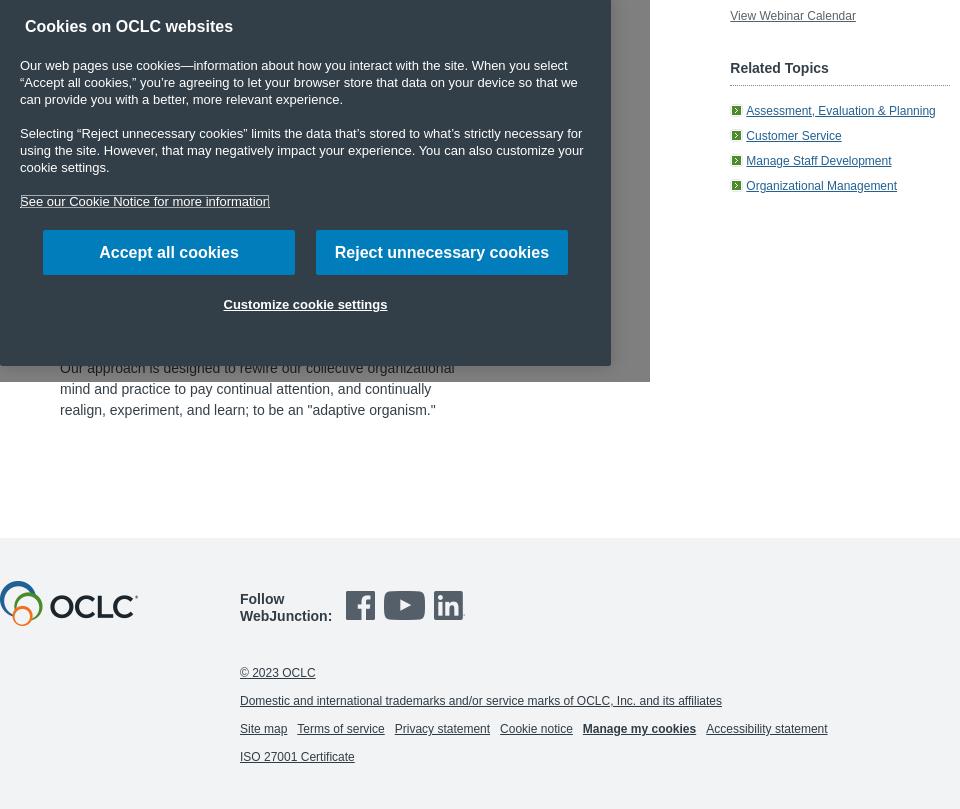 The height and width of the screenshot is (809, 960). What do you see at coordinates (260, 598) in the screenshot?
I see `'Follow'` at bounding box center [260, 598].